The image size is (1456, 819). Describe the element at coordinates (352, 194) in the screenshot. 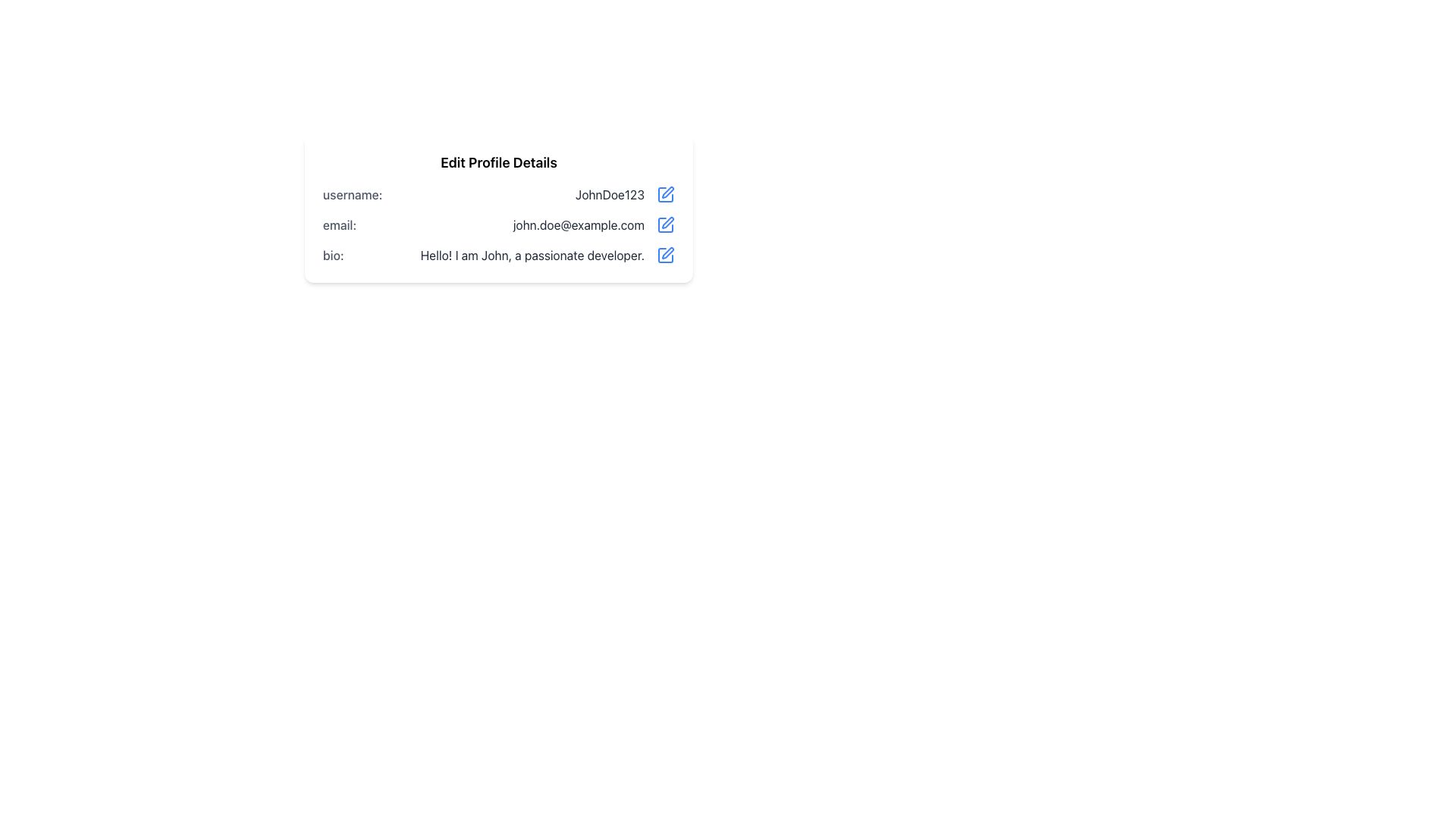

I see `the Text Label that identifies the username 'JohnDoe123' located at the top-left of the 'Edit Profile Details' section` at that location.